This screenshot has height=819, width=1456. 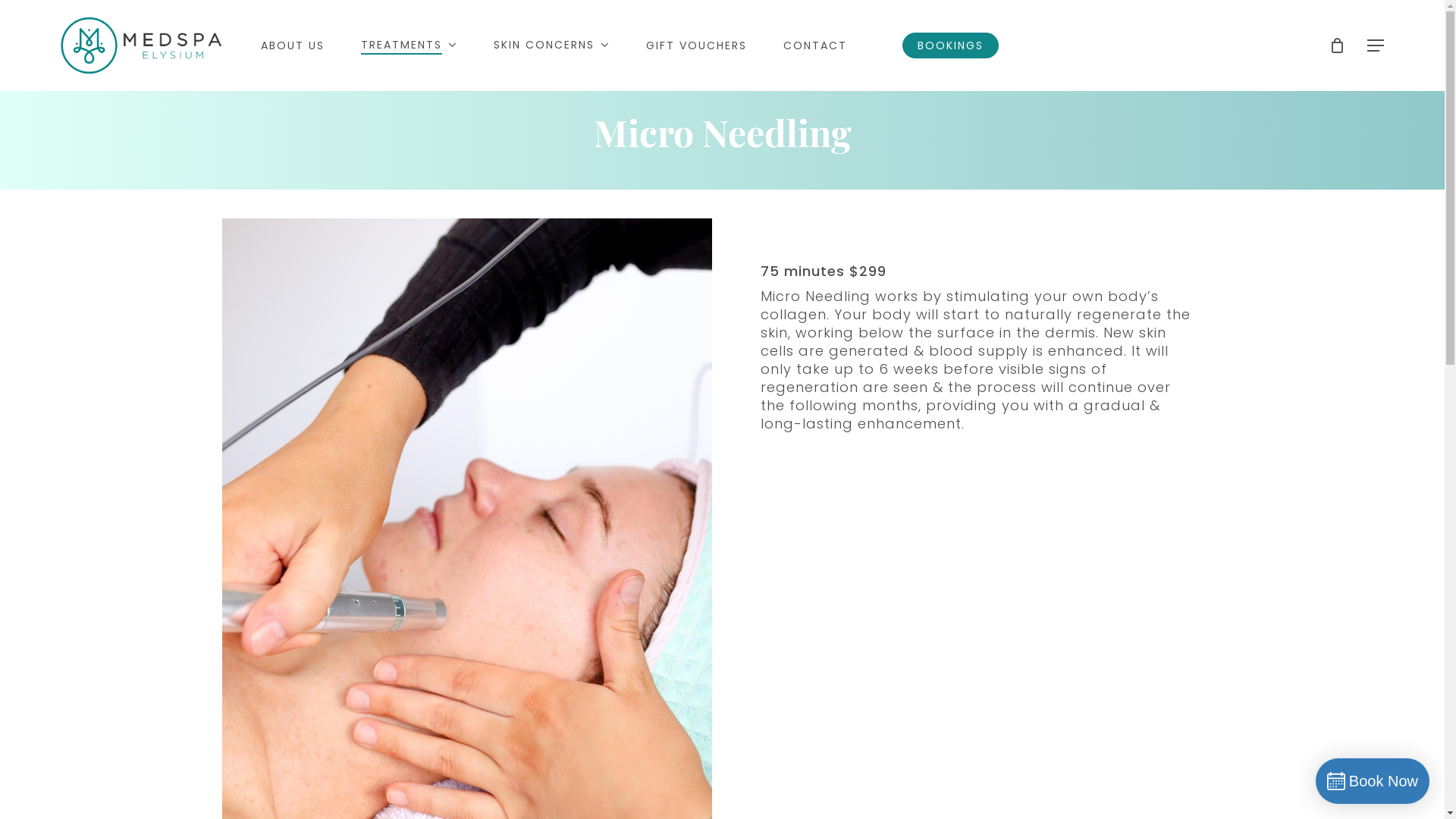 I want to click on 'SKIN CONCERNS', so click(x=551, y=44).